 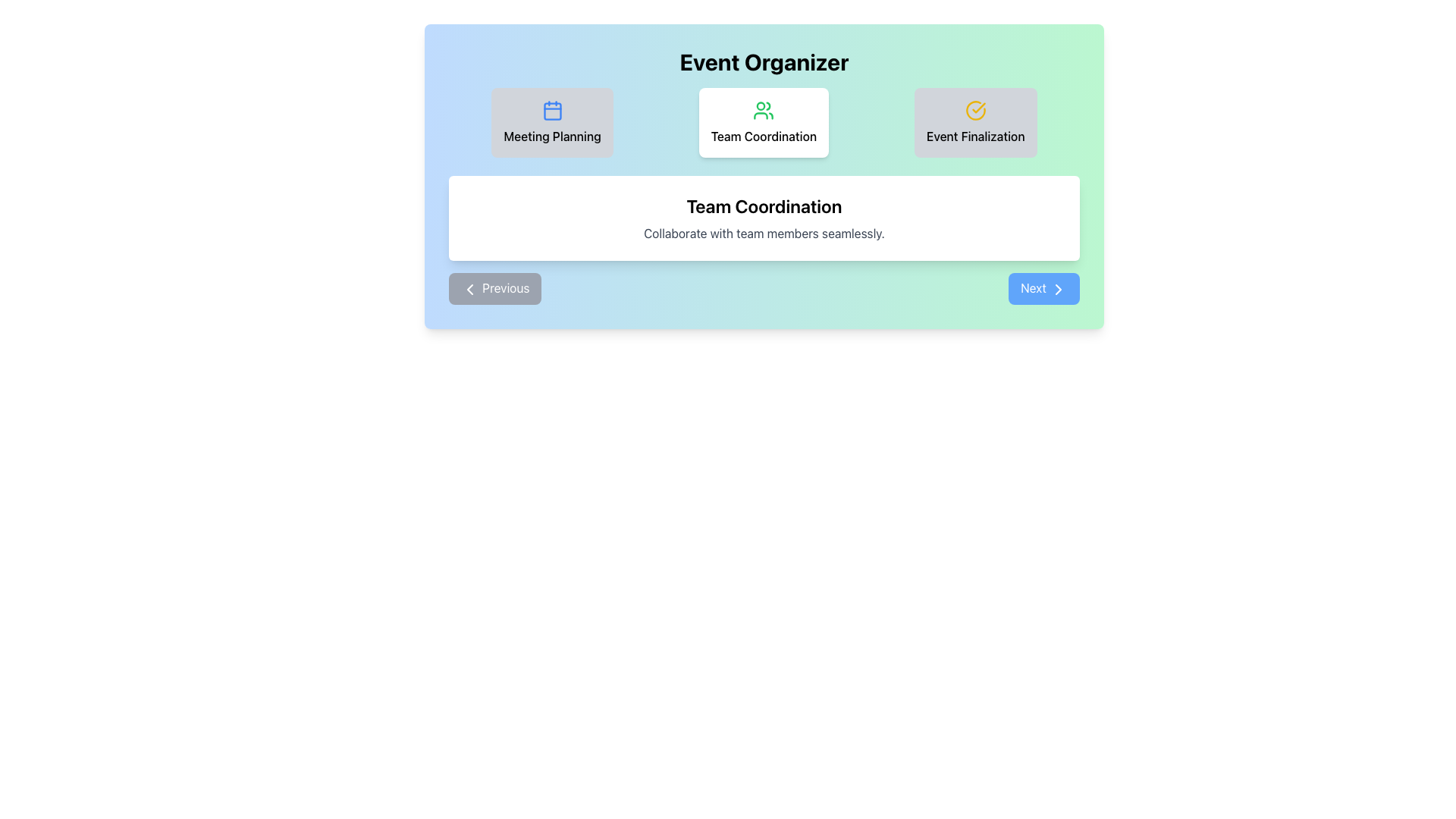 What do you see at coordinates (1043, 288) in the screenshot?
I see `the blue rectangular 'Next' button with rounded corners` at bounding box center [1043, 288].